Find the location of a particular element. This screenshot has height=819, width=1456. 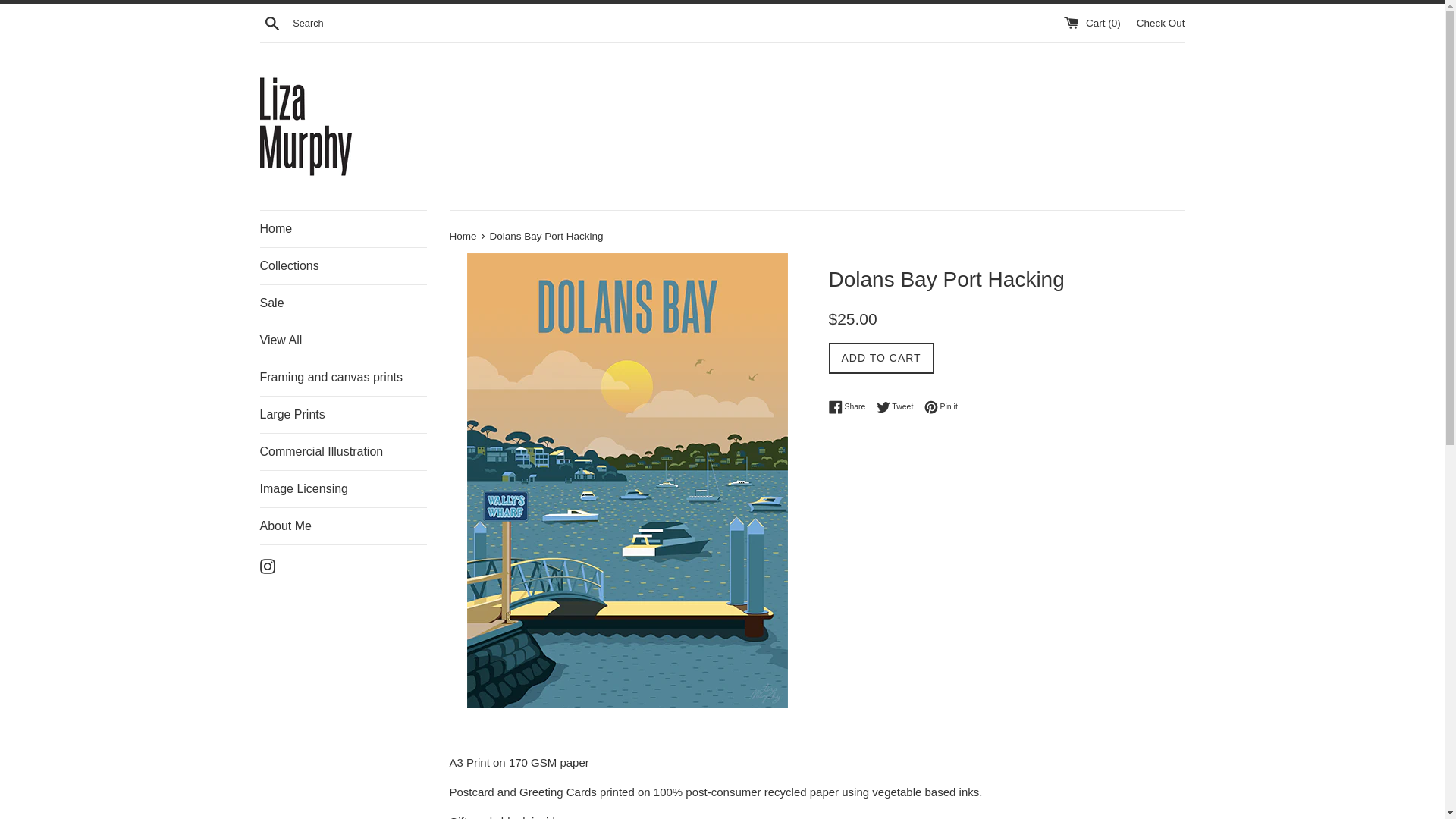

'Framing and canvas prints' is located at coordinates (341, 376).